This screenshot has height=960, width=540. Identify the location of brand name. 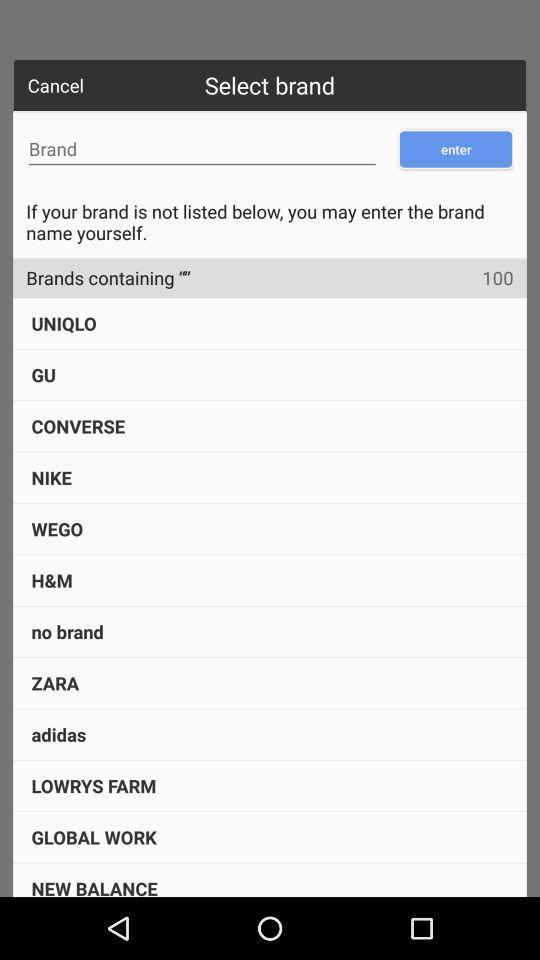
(202, 148).